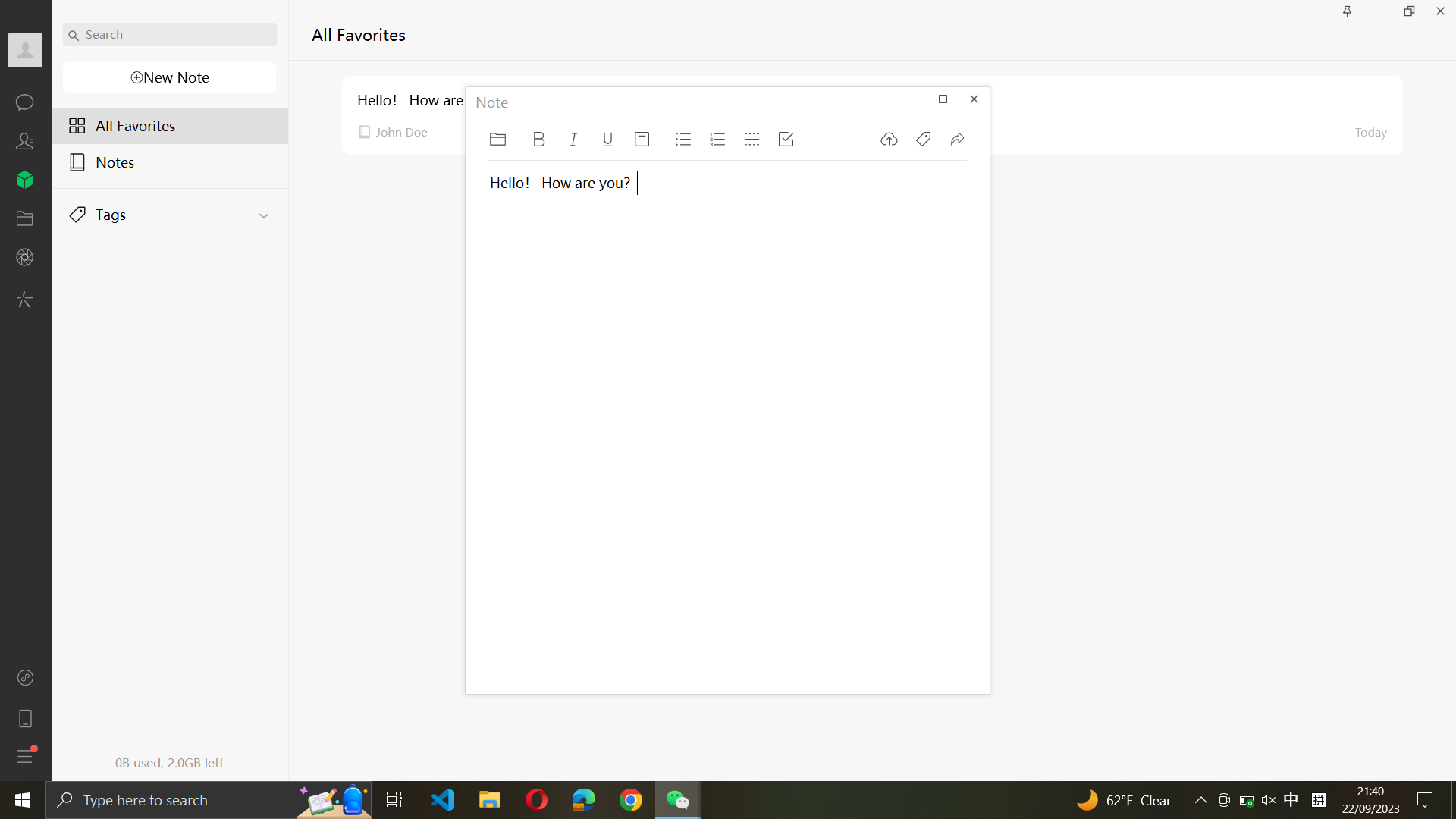 The height and width of the screenshot is (819, 1456). Describe the element at coordinates (974, 99) in the screenshot. I see `Shutdown the Note window` at that location.